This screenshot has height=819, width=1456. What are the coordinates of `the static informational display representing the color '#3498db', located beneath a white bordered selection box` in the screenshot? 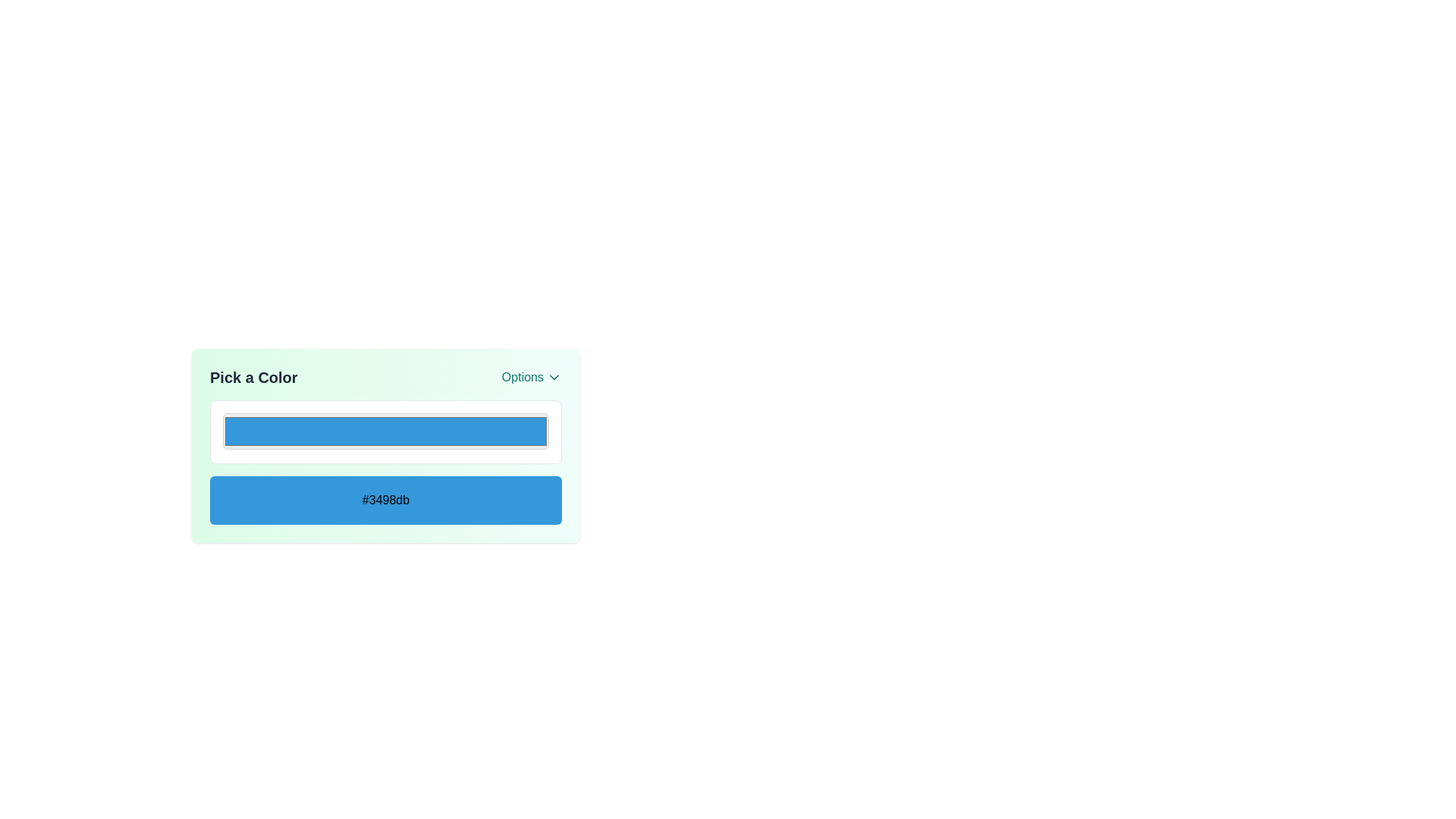 It's located at (385, 500).